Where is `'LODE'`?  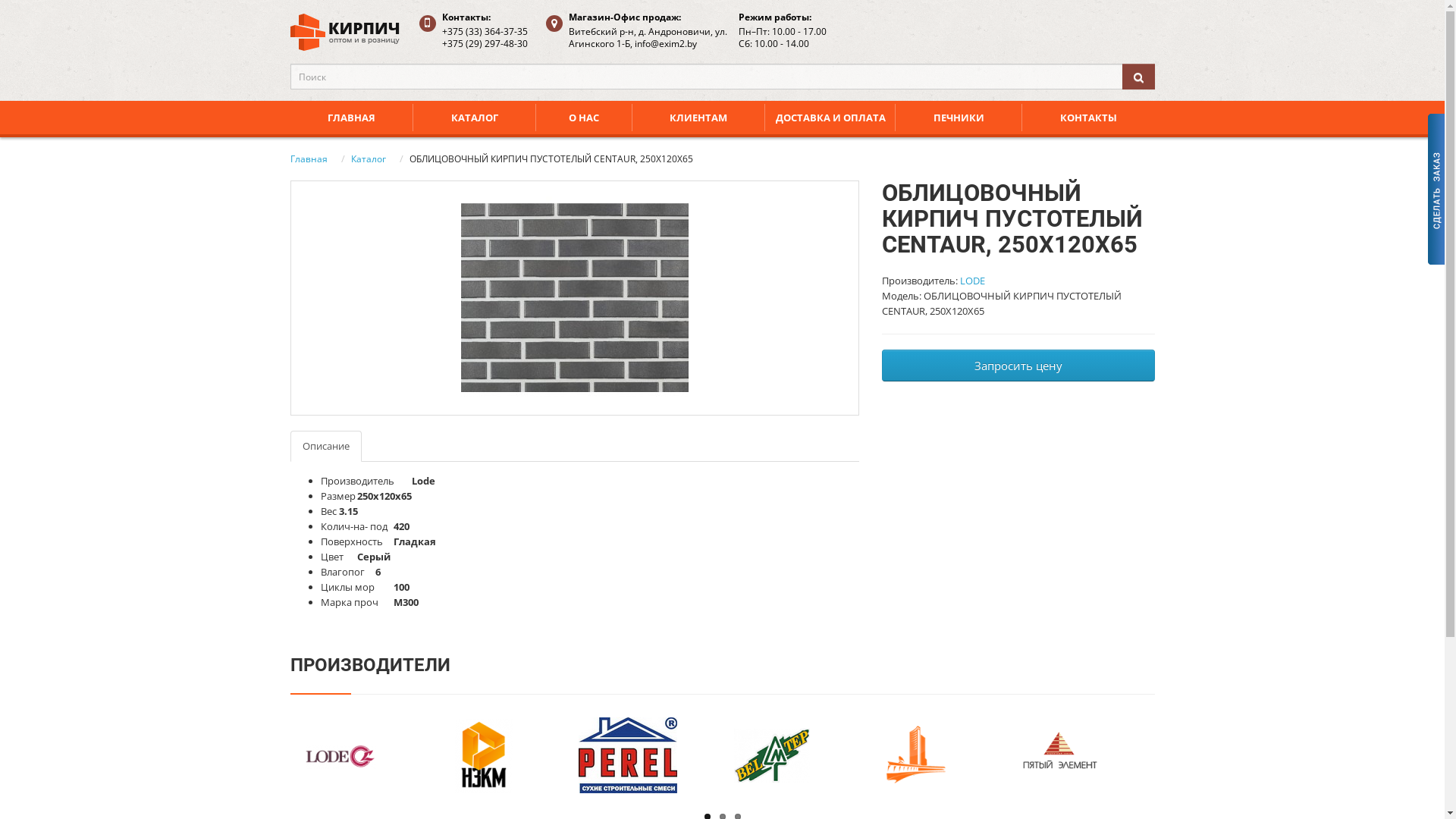 'LODE' is located at coordinates (972, 281).